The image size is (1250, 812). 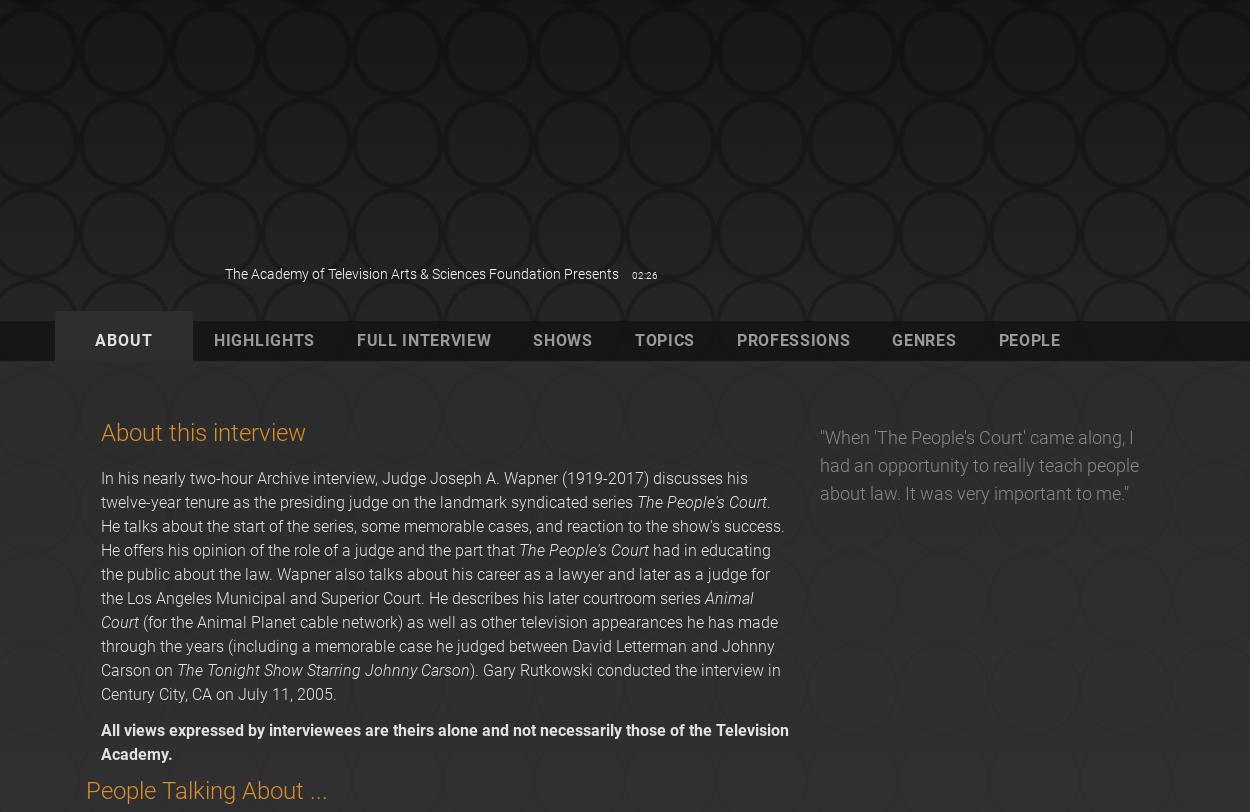 I want to click on 'Professions', so click(x=735, y=339).